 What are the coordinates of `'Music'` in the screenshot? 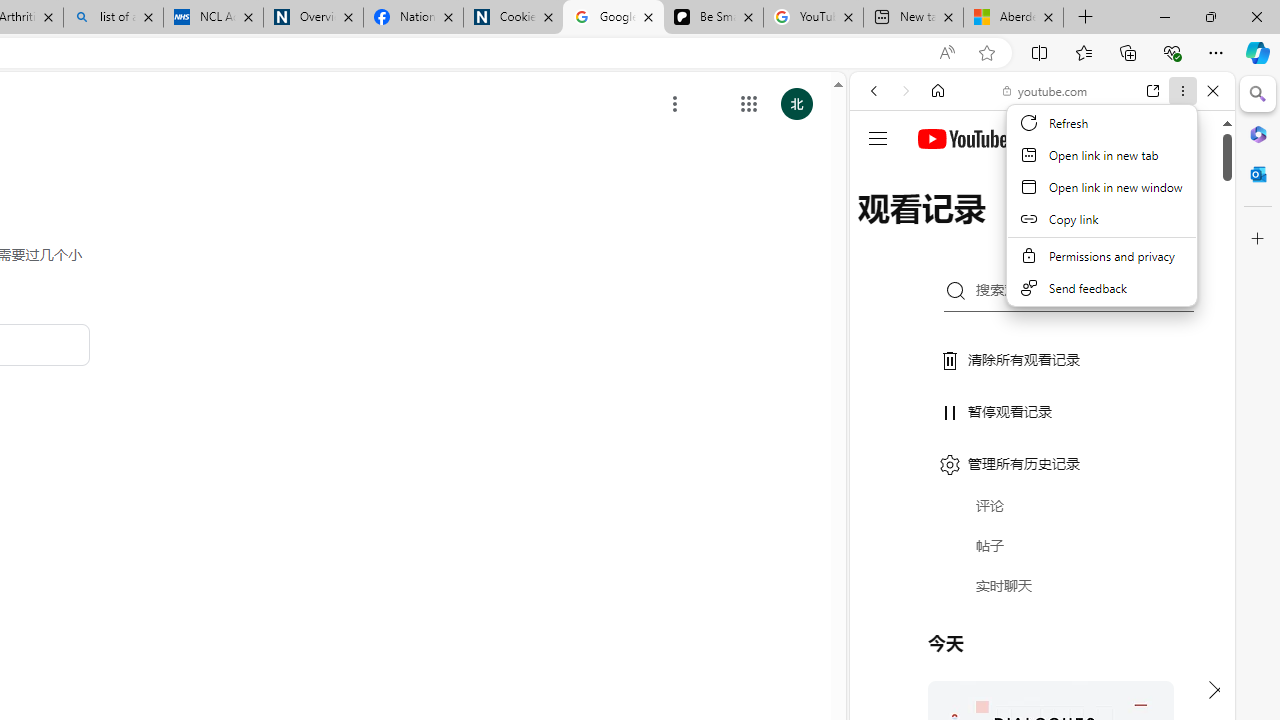 It's located at (1041, 544).